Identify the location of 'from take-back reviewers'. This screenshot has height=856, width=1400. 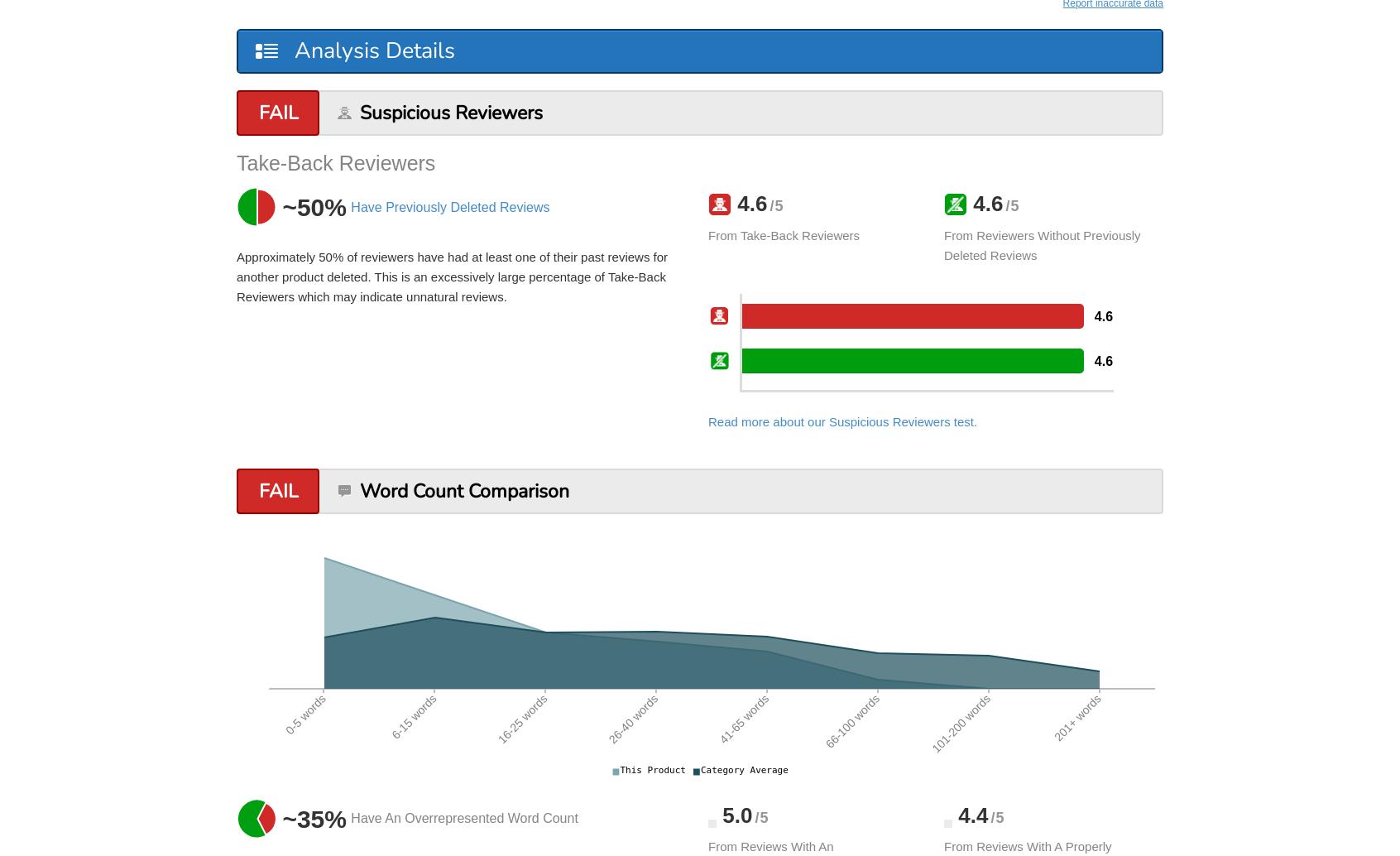
(707, 233).